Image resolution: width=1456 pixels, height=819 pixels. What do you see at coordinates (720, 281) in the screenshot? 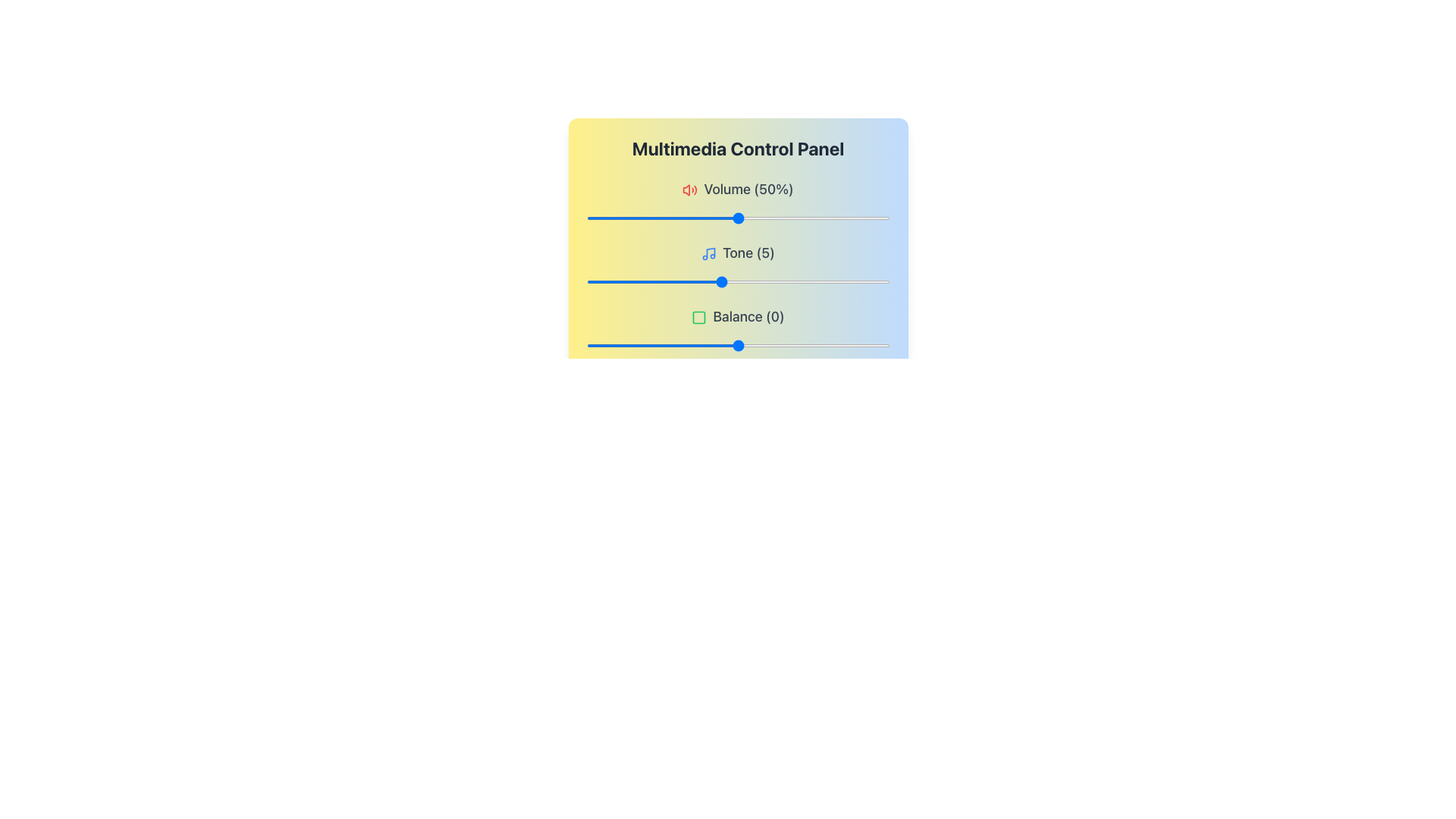
I see `the tone value` at bounding box center [720, 281].